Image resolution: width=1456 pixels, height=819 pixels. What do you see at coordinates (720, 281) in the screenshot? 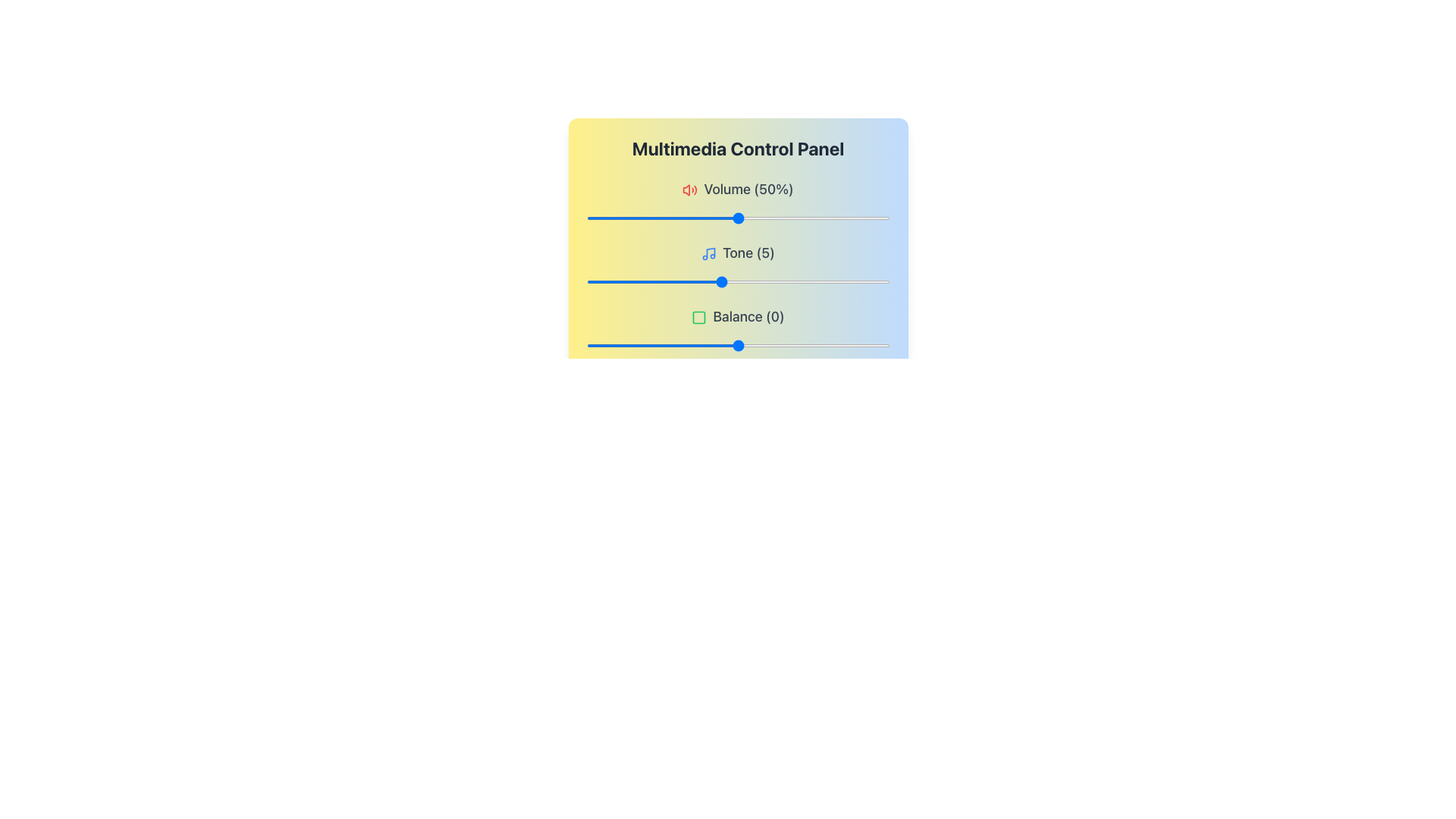
I see `the tone value` at bounding box center [720, 281].